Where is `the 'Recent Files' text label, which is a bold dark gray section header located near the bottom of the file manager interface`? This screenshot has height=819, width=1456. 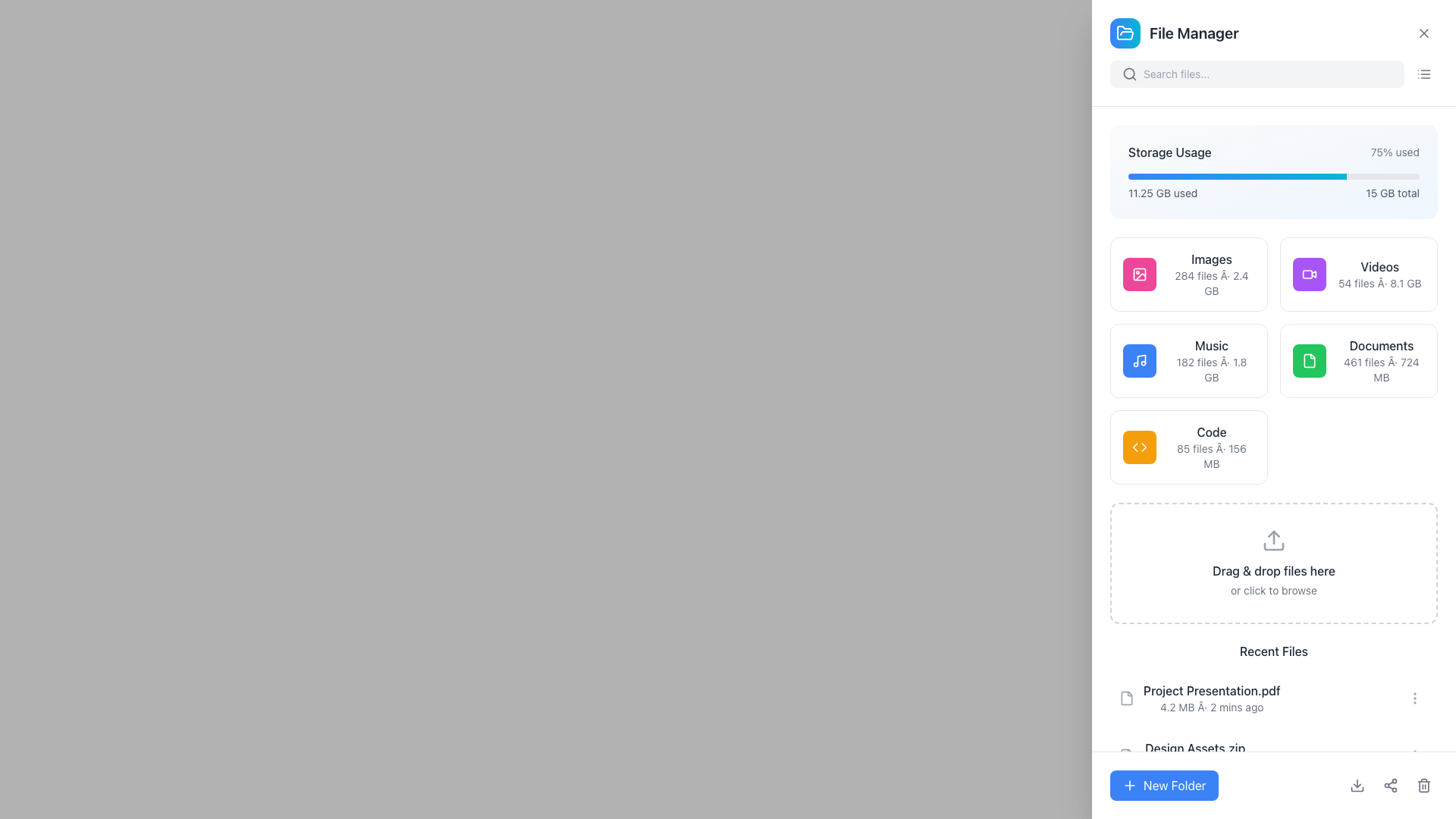
the 'Recent Files' text label, which is a bold dark gray section header located near the bottom of the file manager interface is located at coordinates (1274, 651).